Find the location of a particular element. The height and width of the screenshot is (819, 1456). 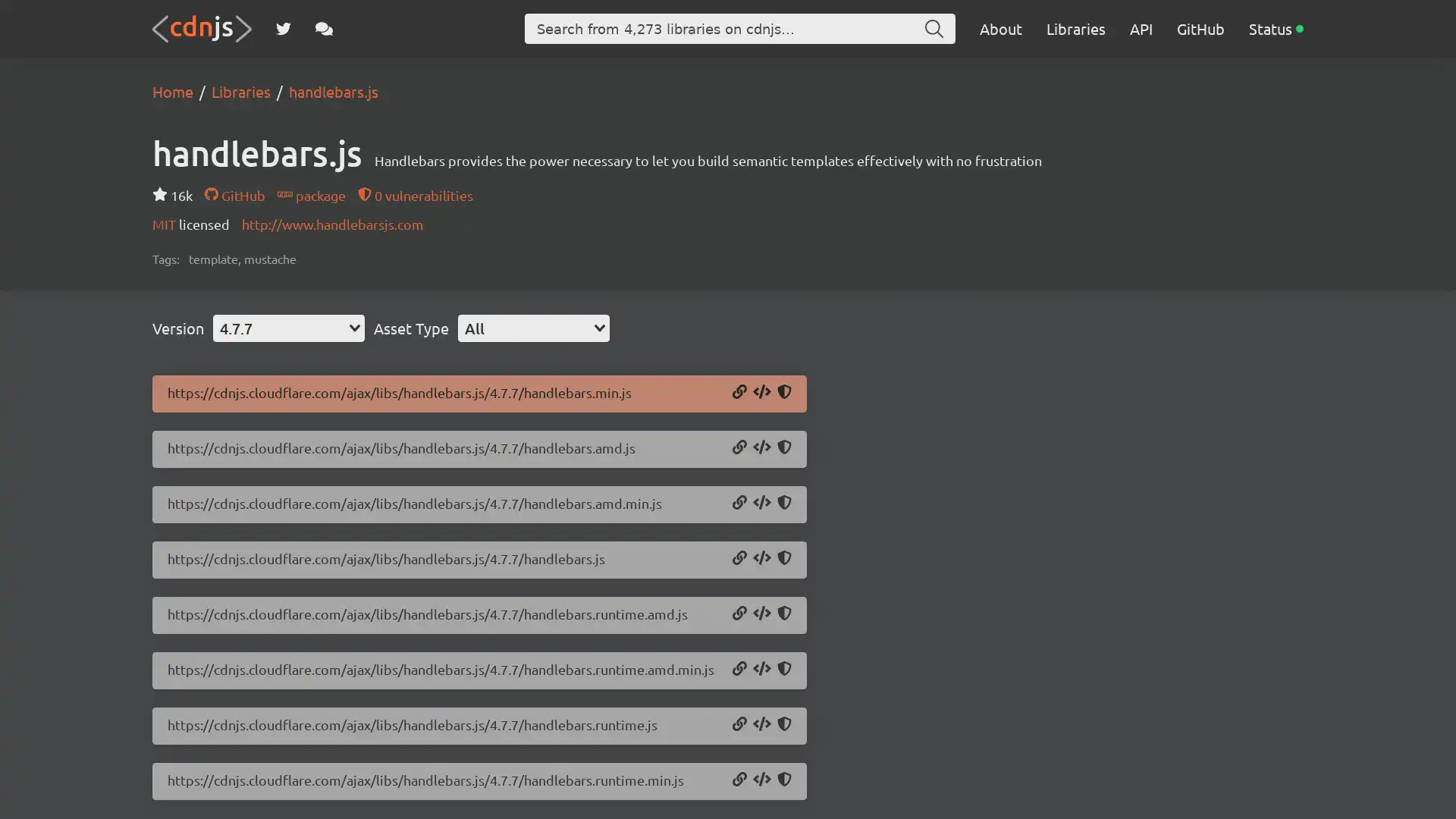

Copy Script Tag is located at coordinates (761, 392).